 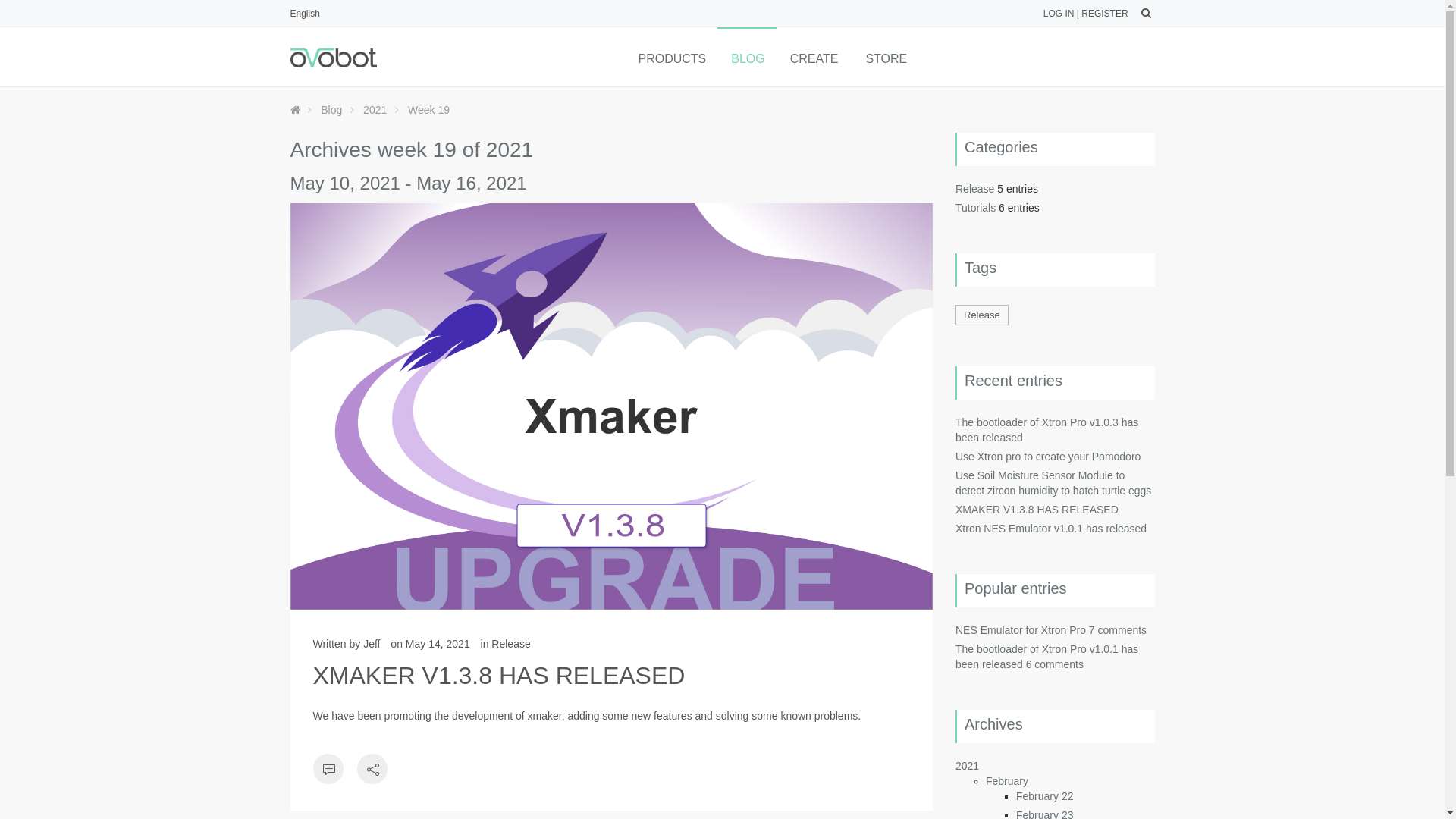 What do you see at coordinates (1054, 663) in the screenshot?
I see `'6 comments'` at bounding box center [1054, 663].